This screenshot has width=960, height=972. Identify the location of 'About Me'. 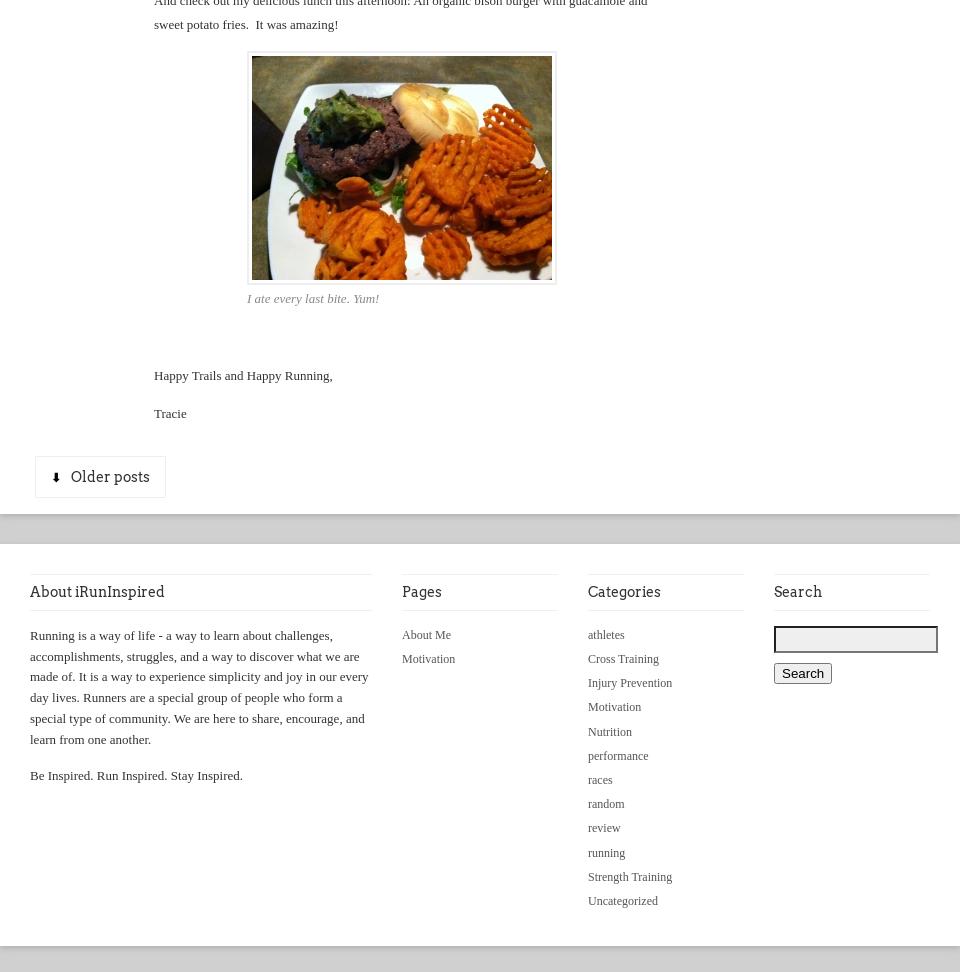
(426, 634).